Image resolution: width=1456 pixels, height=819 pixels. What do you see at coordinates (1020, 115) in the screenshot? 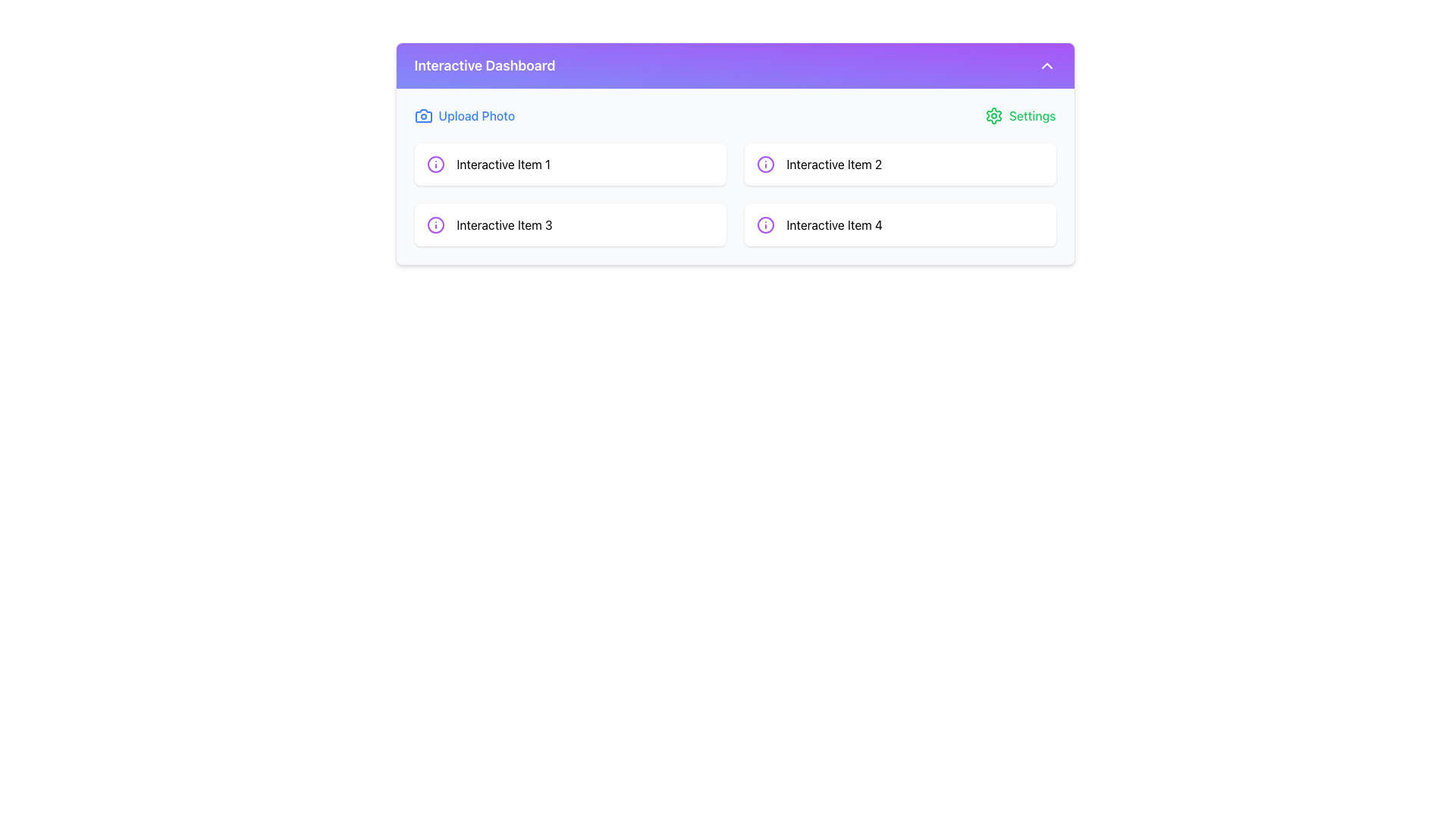
I see `the button in the top-right corner of the 'Upload Photo Settings' section` at bounding box center [1020, 115].